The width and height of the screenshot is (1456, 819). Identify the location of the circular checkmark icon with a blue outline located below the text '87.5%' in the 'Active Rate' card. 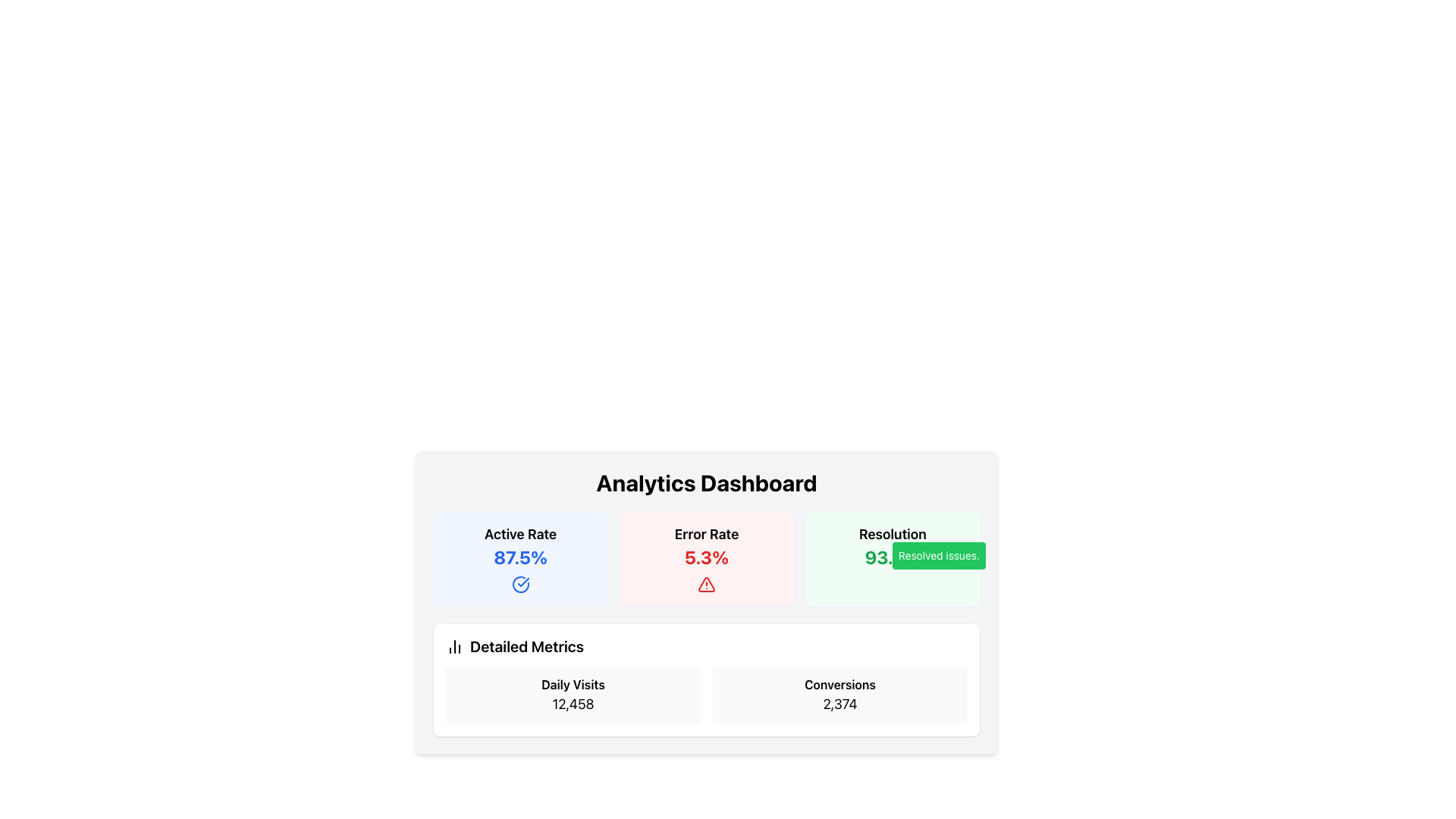
(520, 584).